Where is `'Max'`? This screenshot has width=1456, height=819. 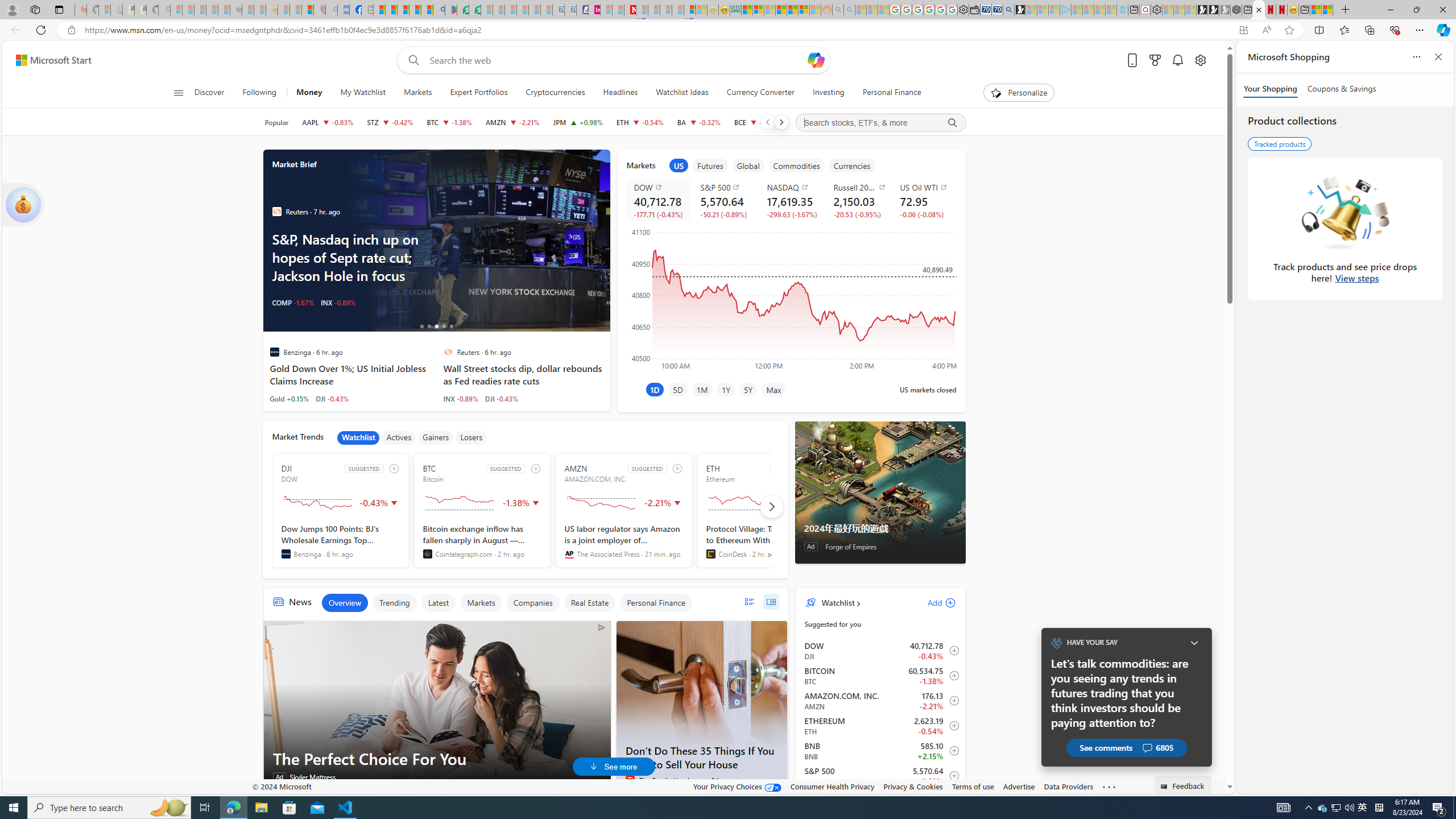 'Max' is located at coordinates (773, 388).